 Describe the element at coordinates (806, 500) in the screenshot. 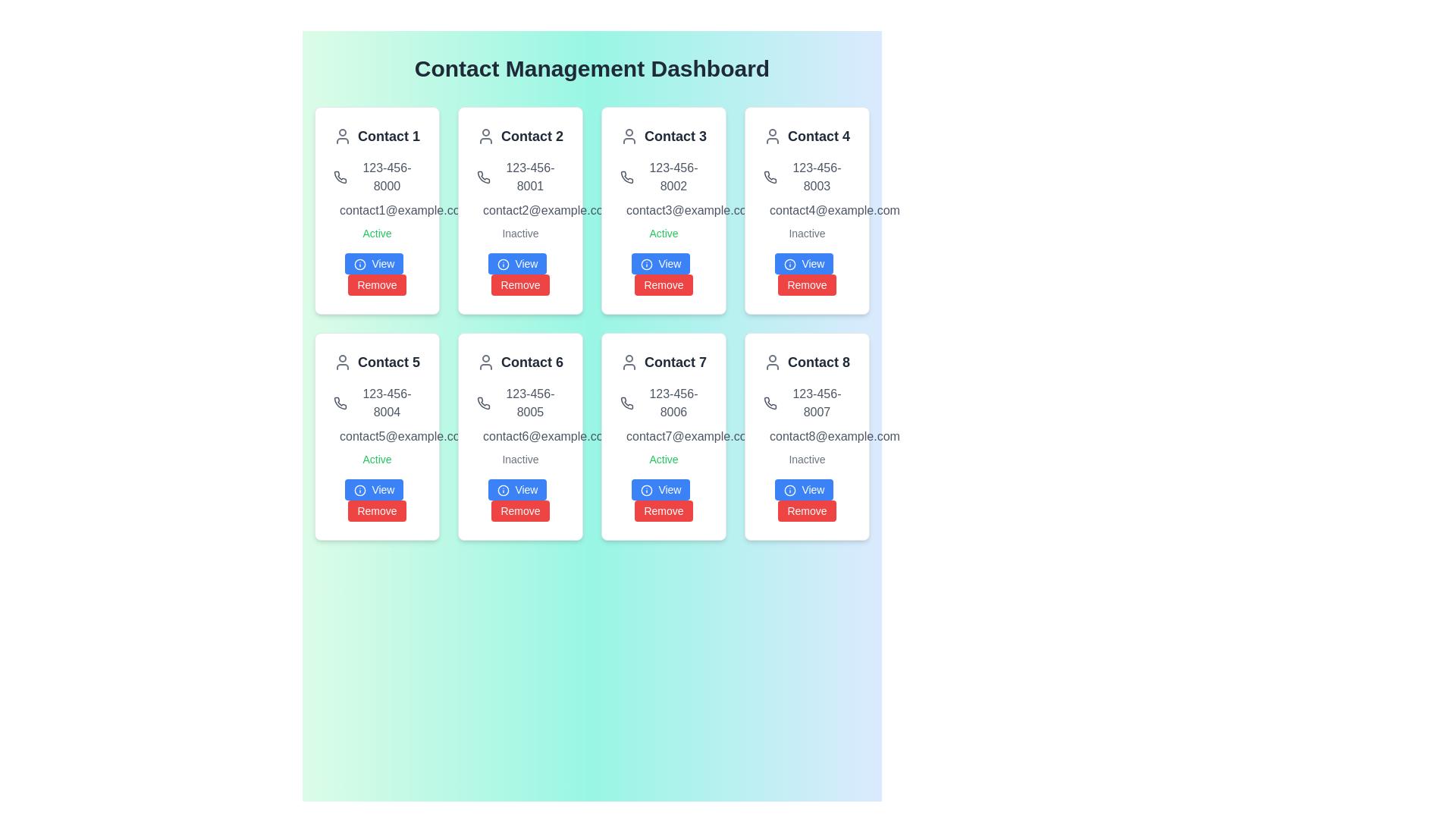

I see `the 'Remove' button in the Interactive button group located in the 'Contact 8' card, which is positioned below the 'Inactive' status text` at that location.